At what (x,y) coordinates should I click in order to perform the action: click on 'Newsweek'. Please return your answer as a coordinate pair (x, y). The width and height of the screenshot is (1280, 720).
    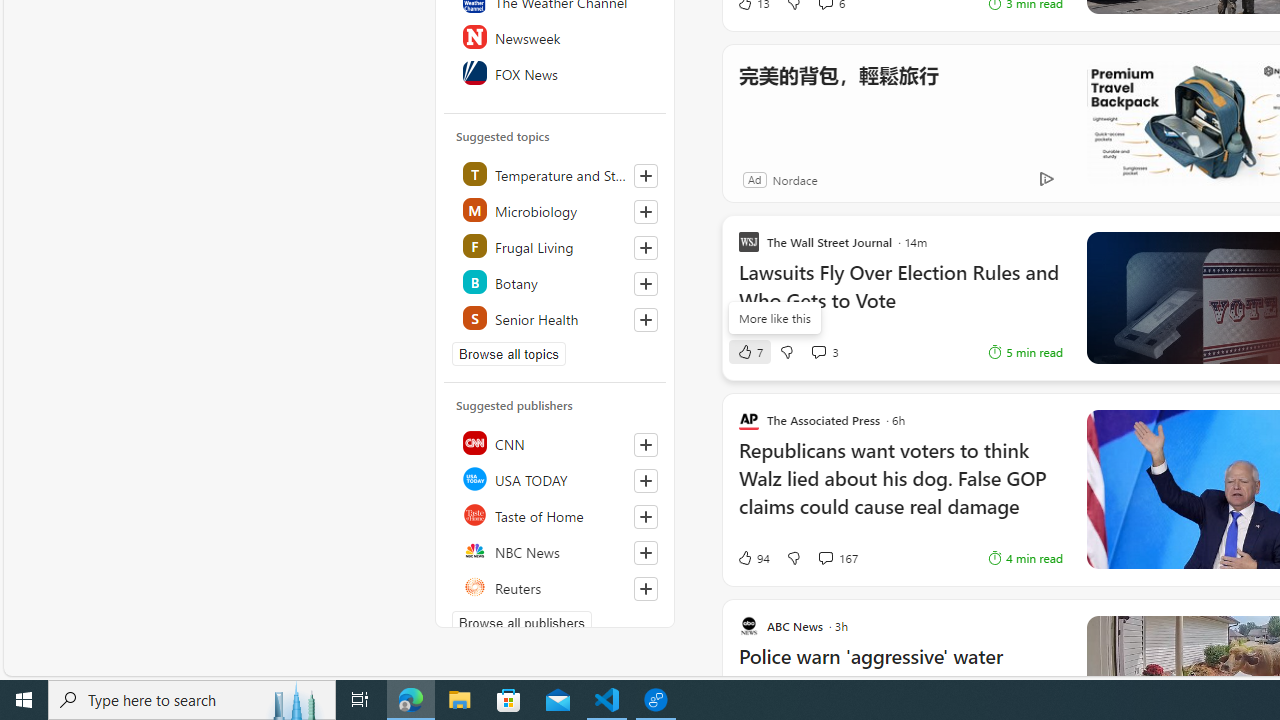
    Looking at the image, I should click on (556, 37).